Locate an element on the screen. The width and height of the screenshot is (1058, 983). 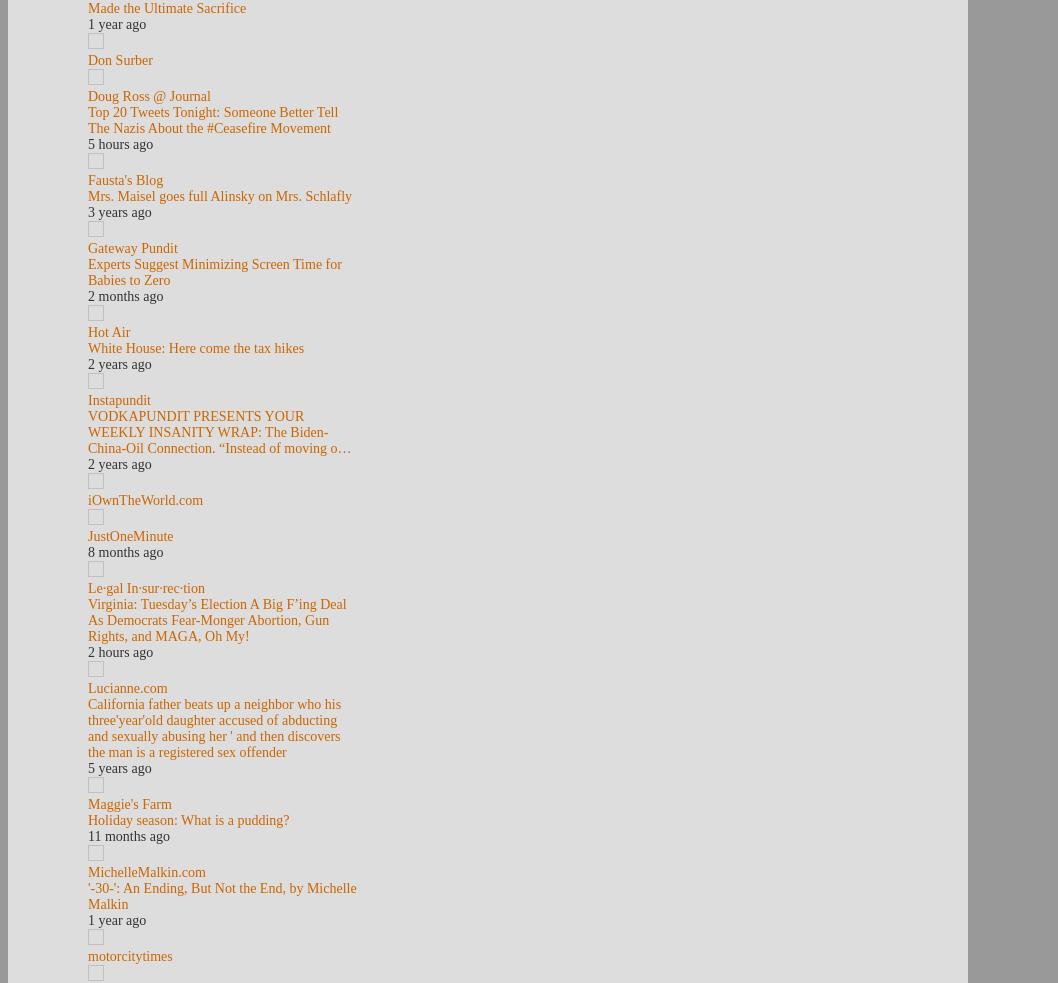
'2 hours ago' is located at coordinates (88, 652).